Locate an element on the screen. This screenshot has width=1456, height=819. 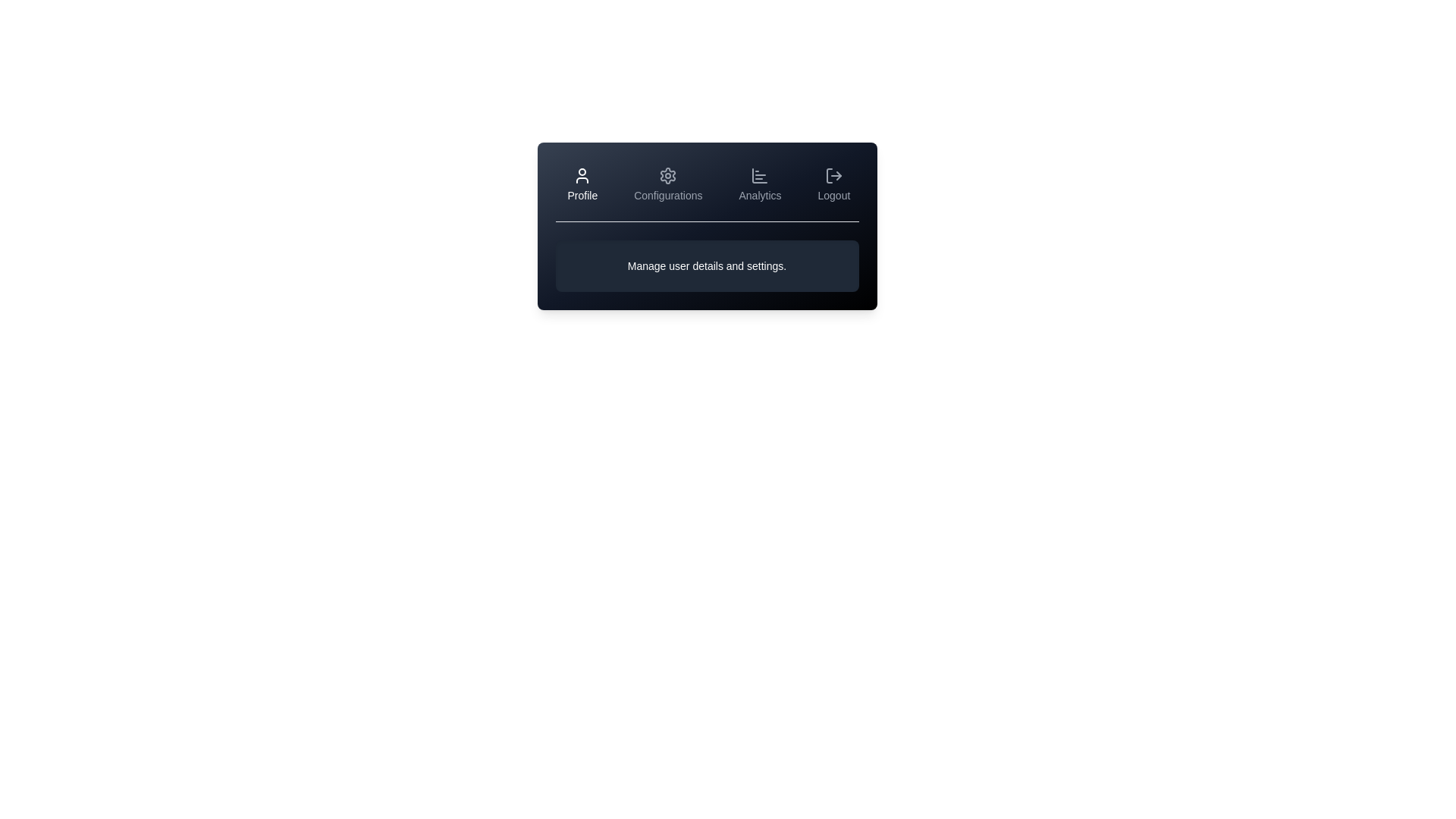
the Profile tab to view its content is located at coordinates (582, 184).